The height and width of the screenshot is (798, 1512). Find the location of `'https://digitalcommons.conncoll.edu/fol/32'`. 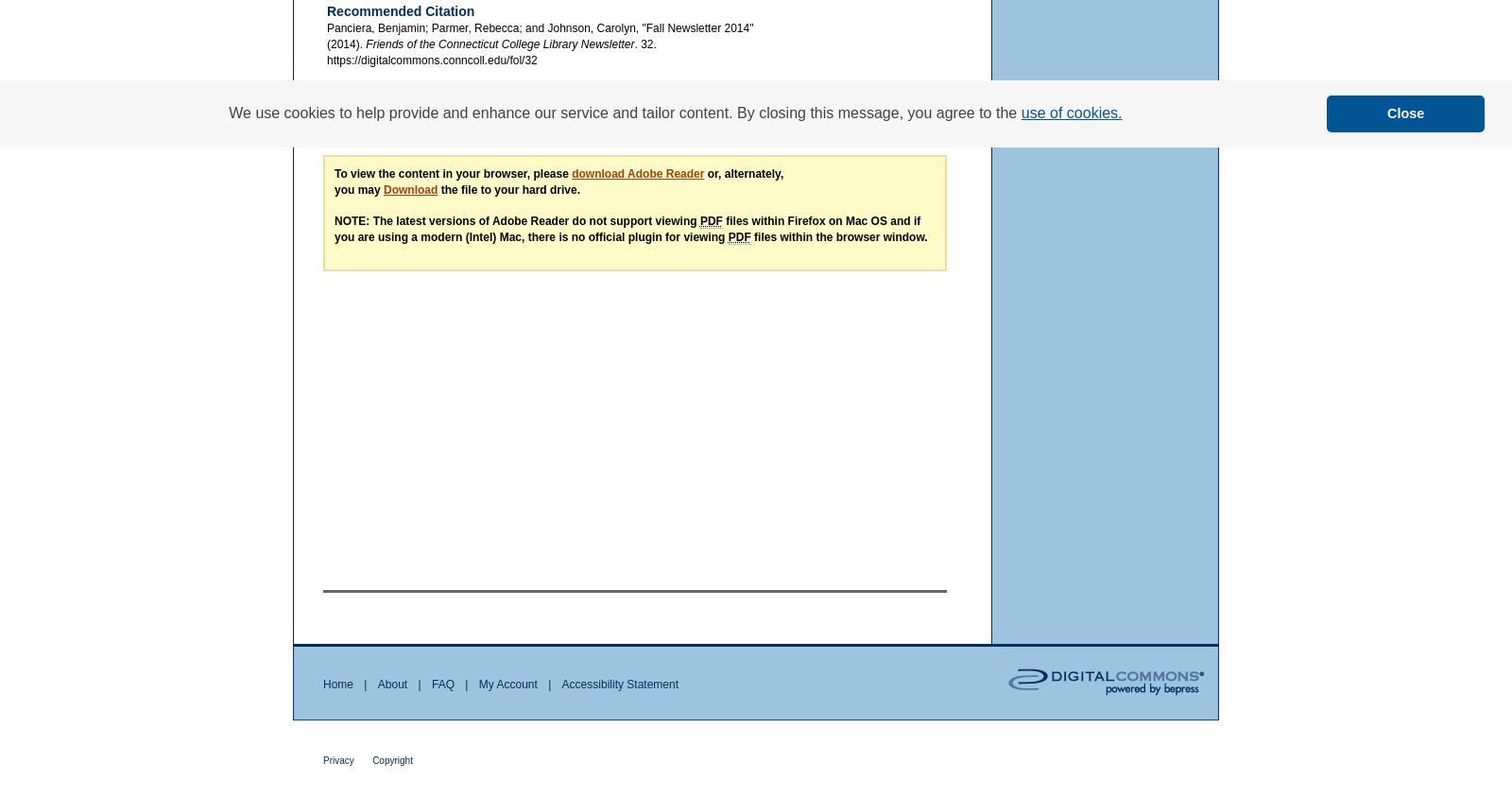

'https://digitalcommons.conncoll.edu/fol/32' is located at coordinates (326, 58).